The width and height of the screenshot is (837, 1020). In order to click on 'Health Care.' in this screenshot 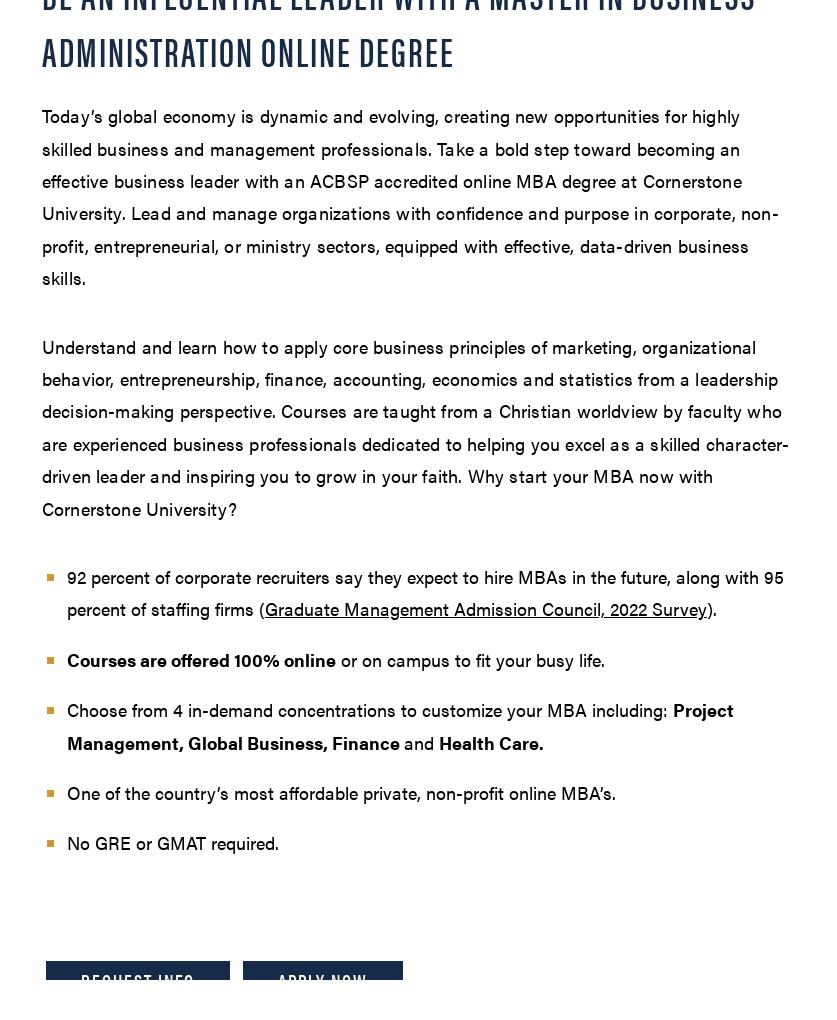, I will do `click(489, 741)`.